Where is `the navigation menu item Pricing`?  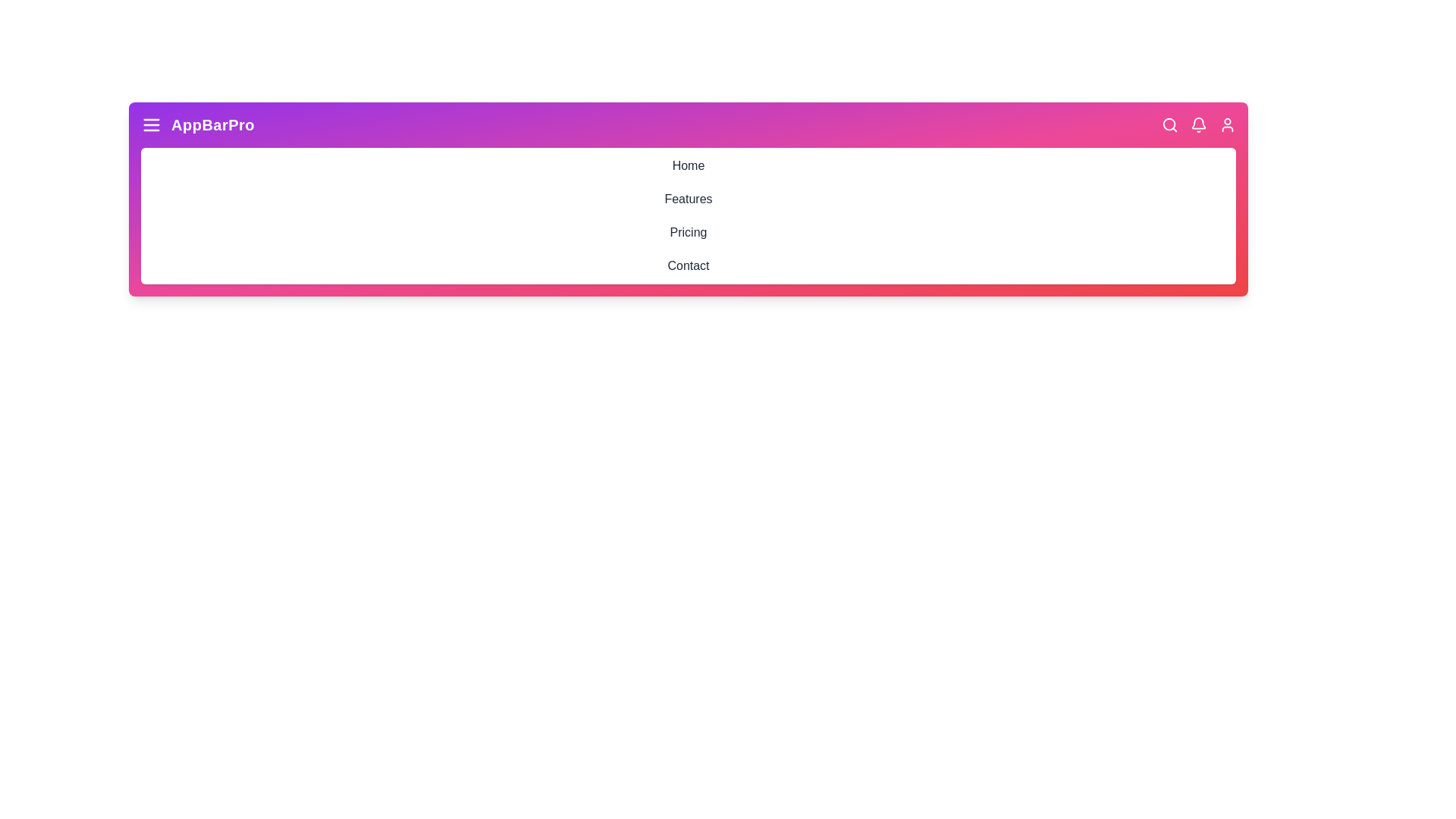
the navigation menu item Pricing is located at coordinates (687, 233).